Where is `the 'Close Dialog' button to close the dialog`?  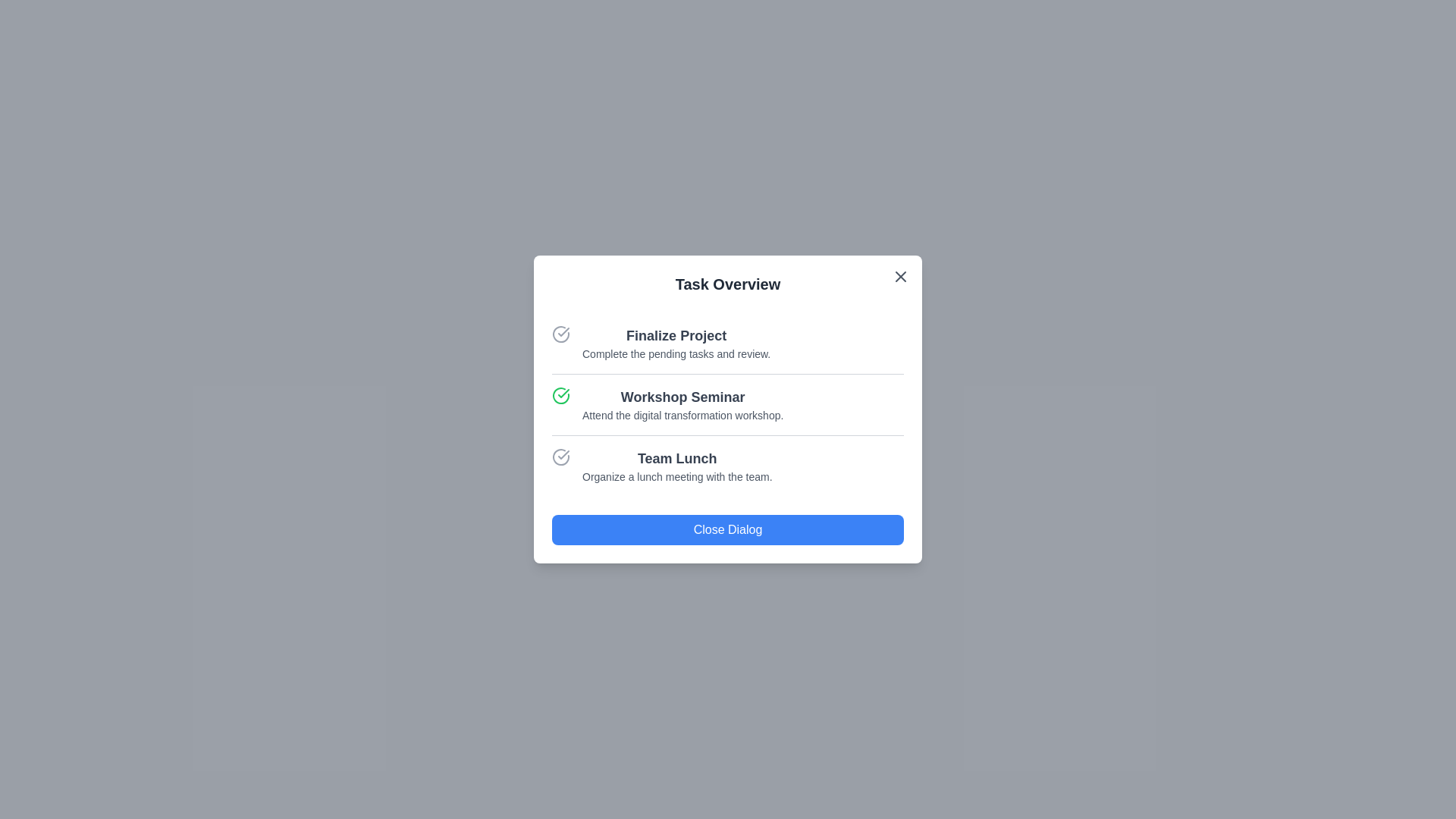 the 'Close Dialog' button to close the dialog is located at coordinates (728, 529).